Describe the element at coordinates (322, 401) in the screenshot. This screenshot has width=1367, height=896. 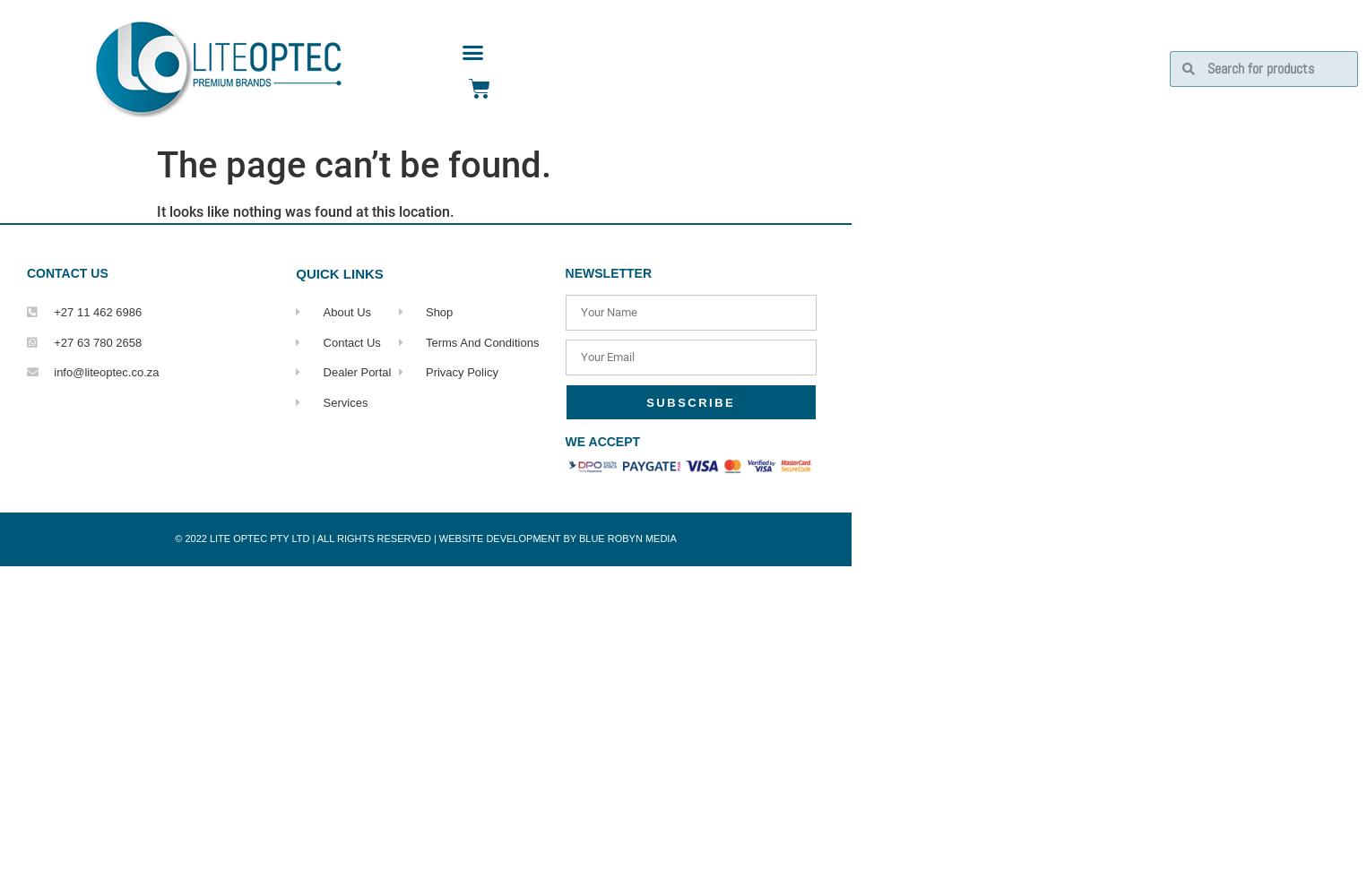
I see `'Services'` at that location.